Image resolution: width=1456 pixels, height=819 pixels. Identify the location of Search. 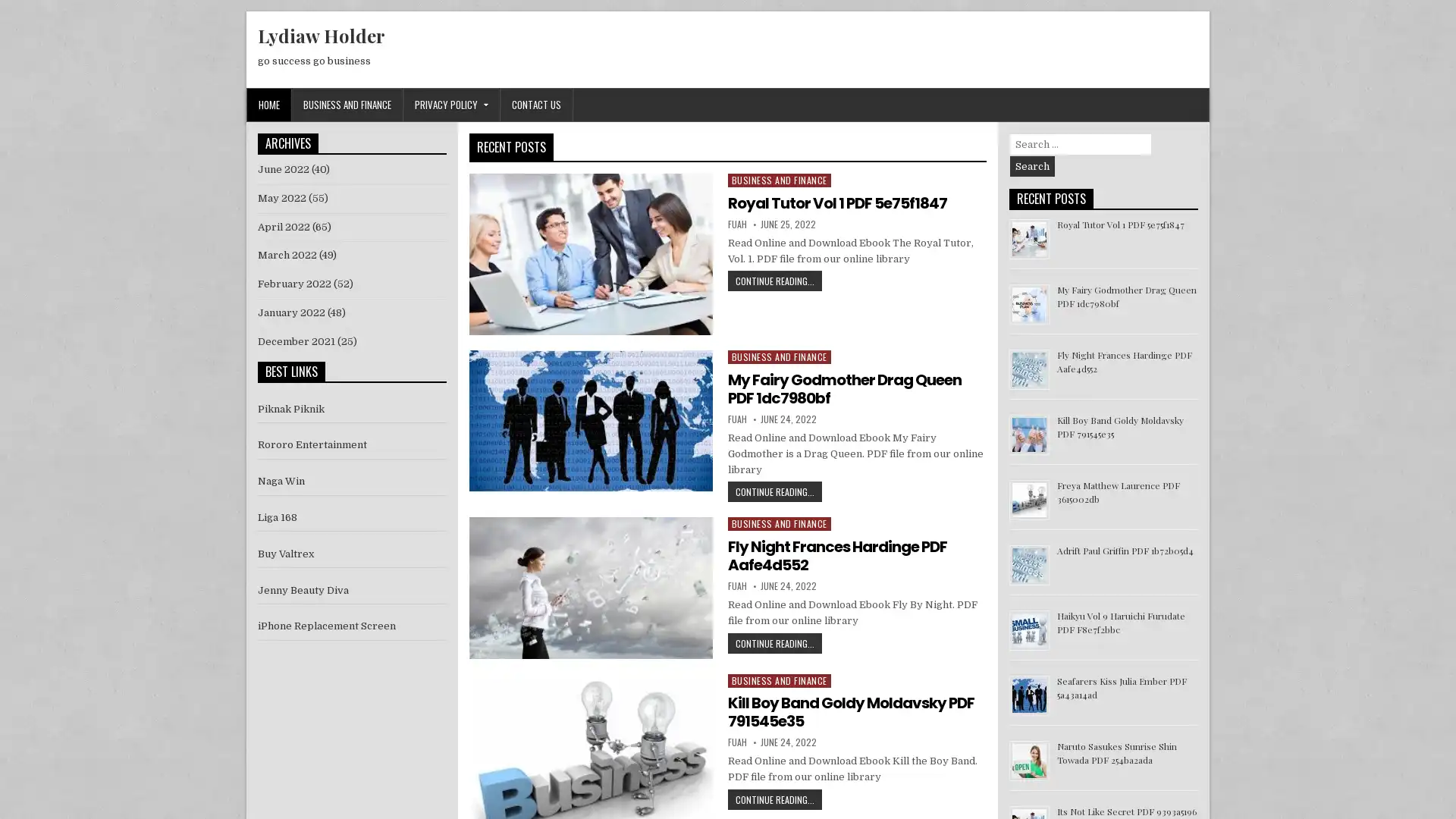
(1031, 166).